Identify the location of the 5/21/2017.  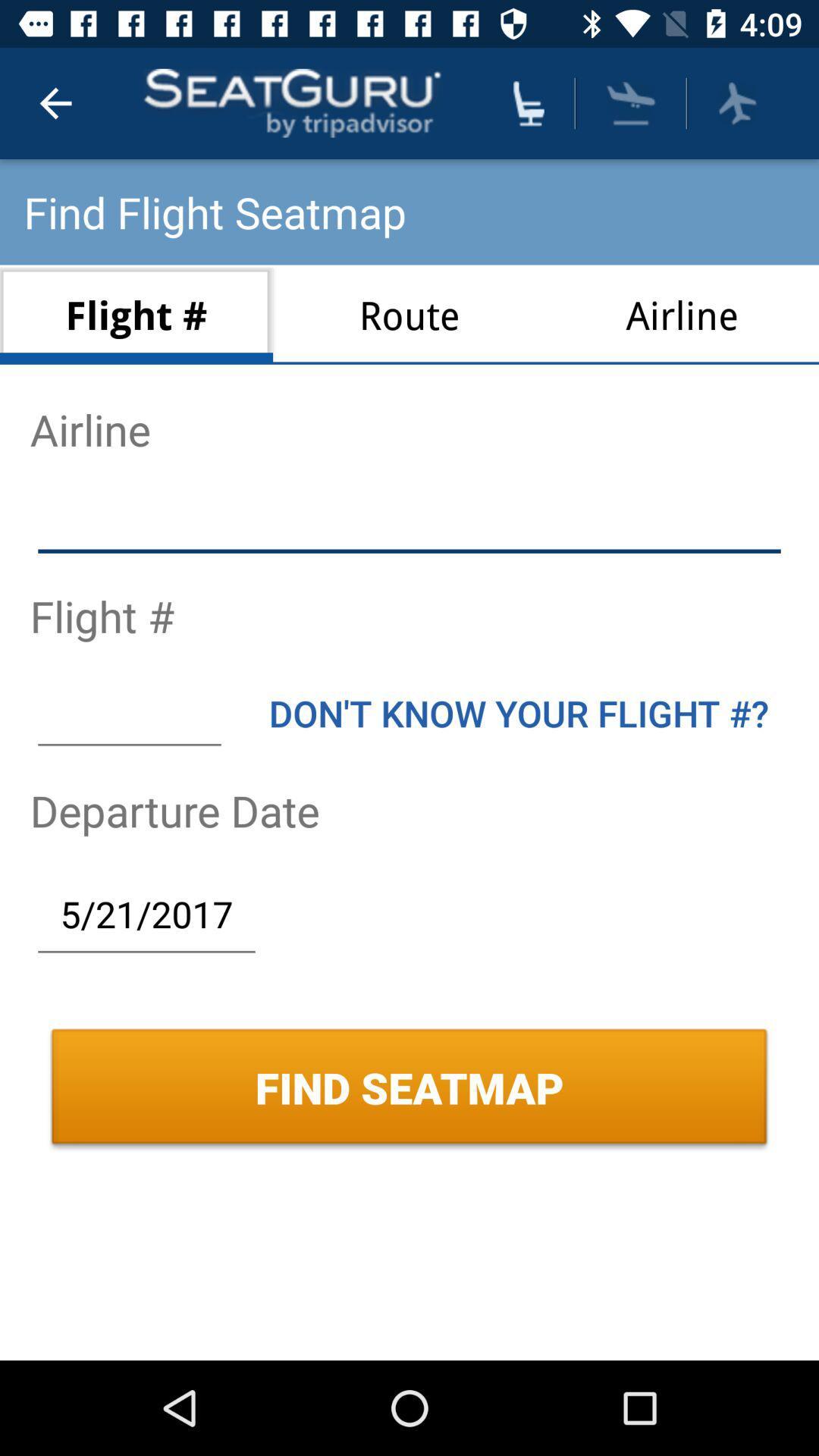
(146, 913).